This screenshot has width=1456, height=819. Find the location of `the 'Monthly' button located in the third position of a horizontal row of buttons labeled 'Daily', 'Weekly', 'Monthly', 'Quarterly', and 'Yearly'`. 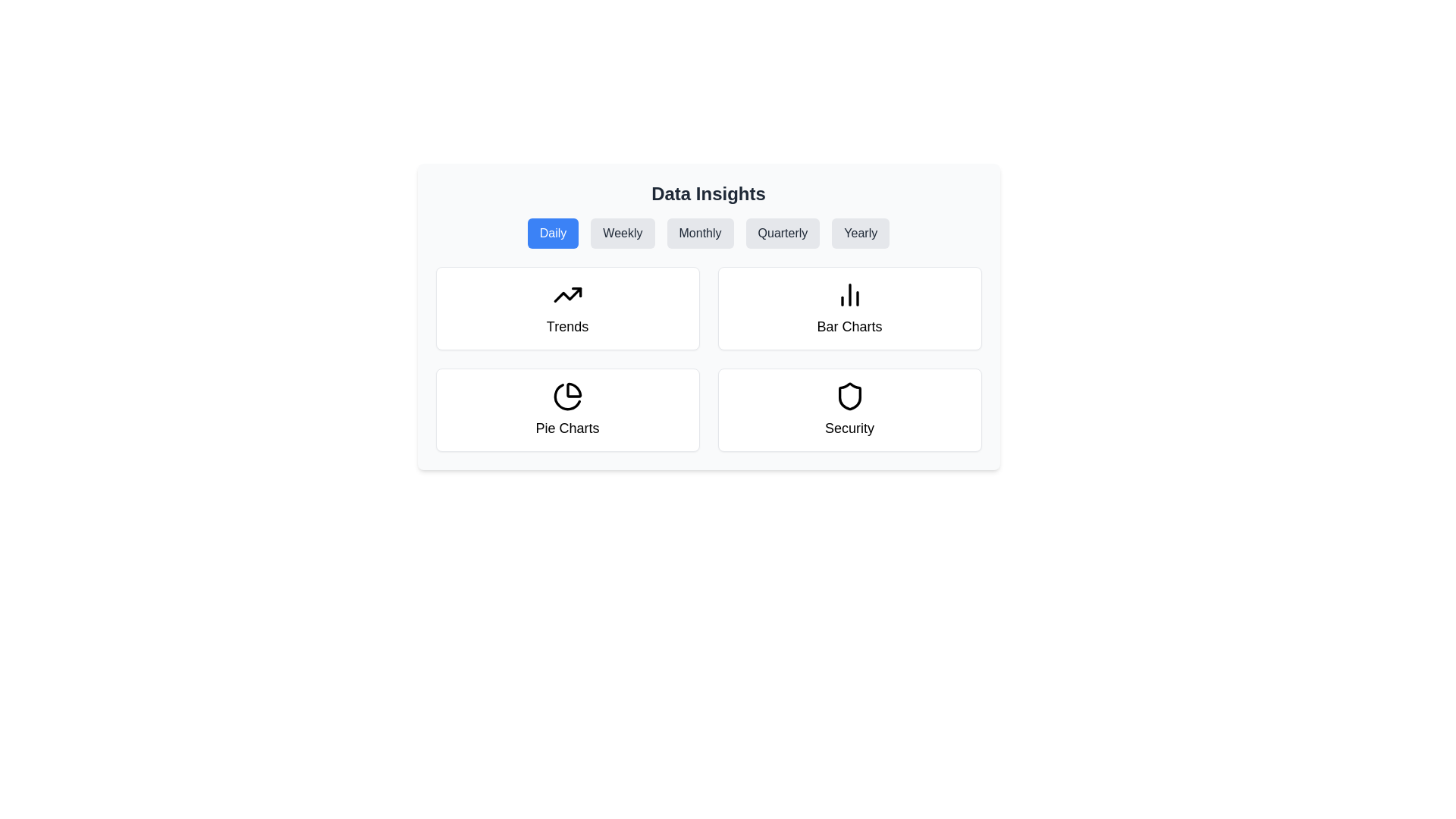

the 'Monthly' button located in the third position of a horizontal row of buttons labeled 'Daily', 'Weekly', 'Monthly', 'Quarterly', and 'Yearly' is located at coordinates (699, 234).